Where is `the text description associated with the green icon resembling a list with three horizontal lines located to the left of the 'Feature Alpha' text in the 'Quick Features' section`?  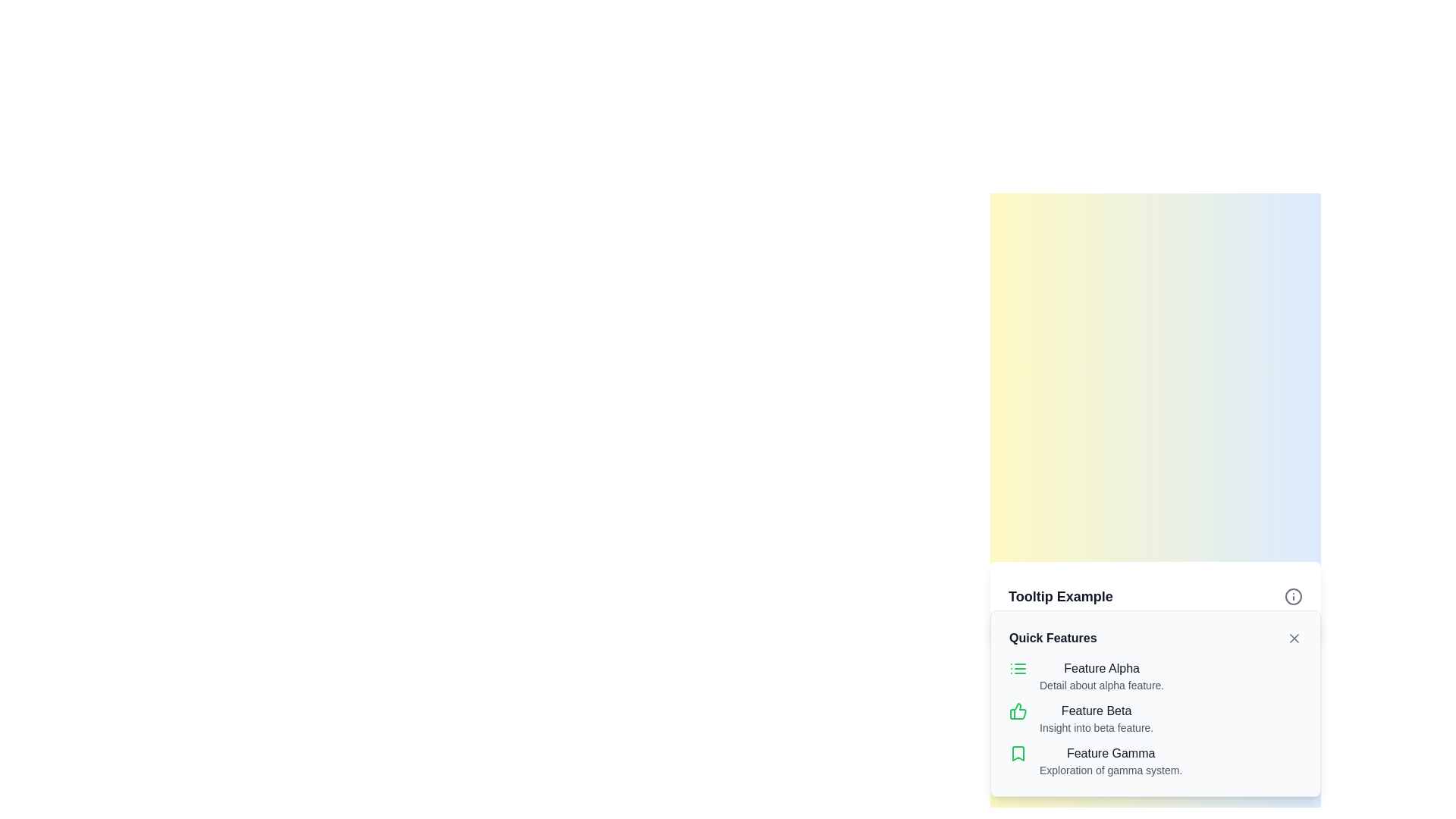 the text description associated with the green icon resembling a list with three horizontal lines located to the left of the 'Feature Alpha' text in the 'Quick Features' section is located at coordinates (1018, 668).